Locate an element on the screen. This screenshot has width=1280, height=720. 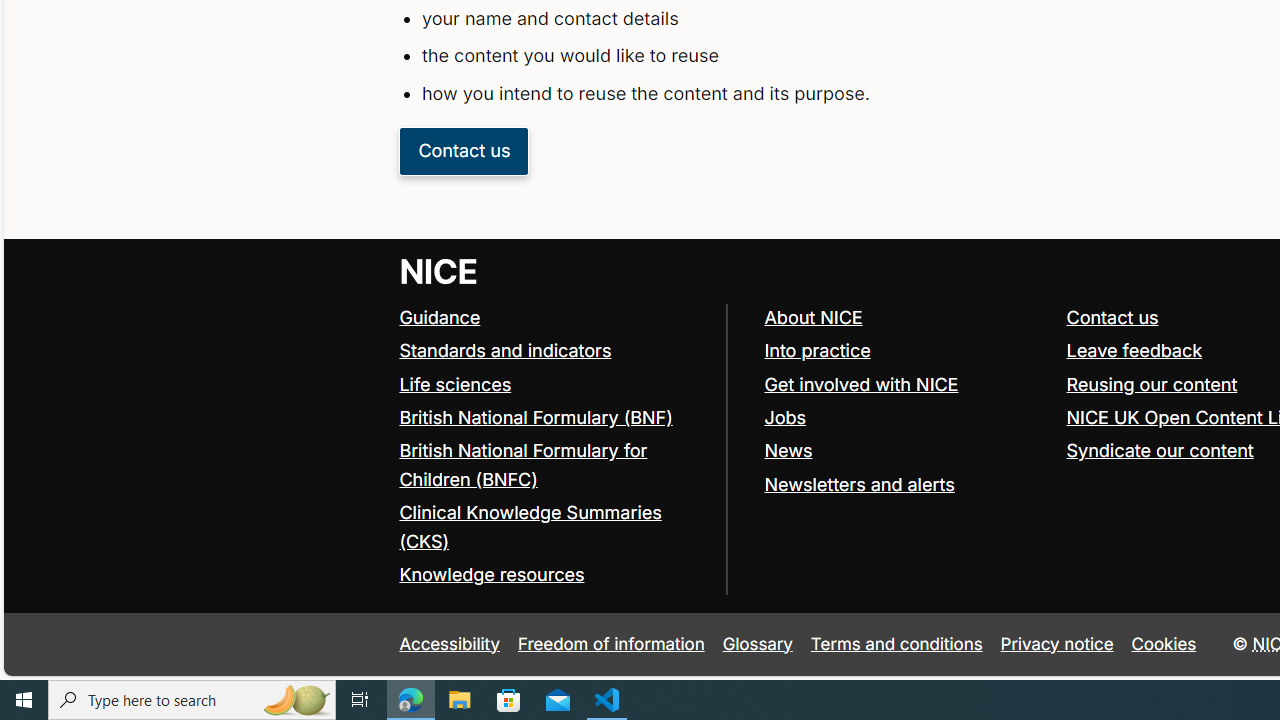
'Privacy notice' is located at coordinates (1055, 644).